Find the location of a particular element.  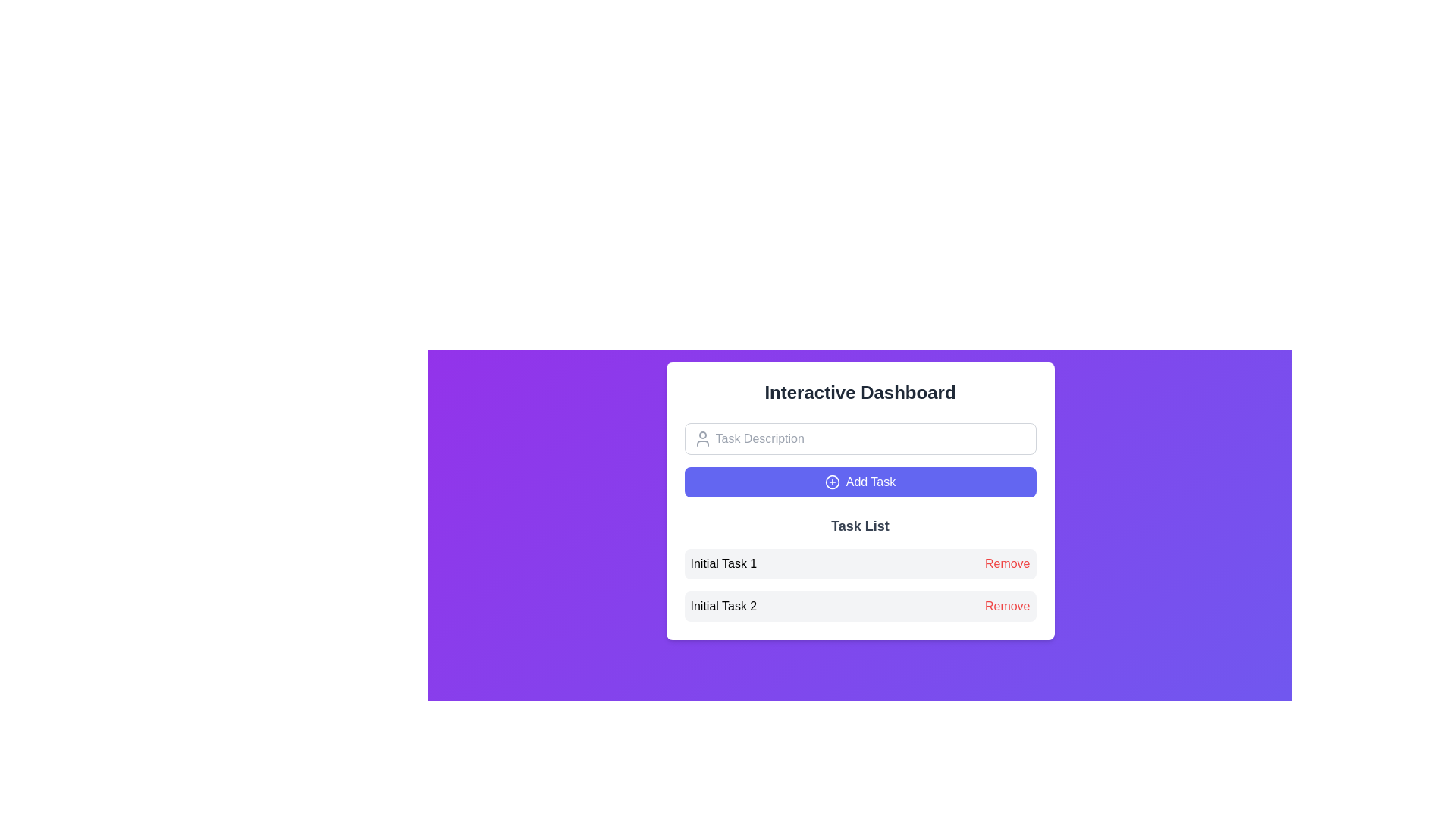

the 'Add Task' button located under the 'Task Description' input field and above the 'Task List' section in the 'Interactive Dashboard' panel is located at coordinates (860, 482).